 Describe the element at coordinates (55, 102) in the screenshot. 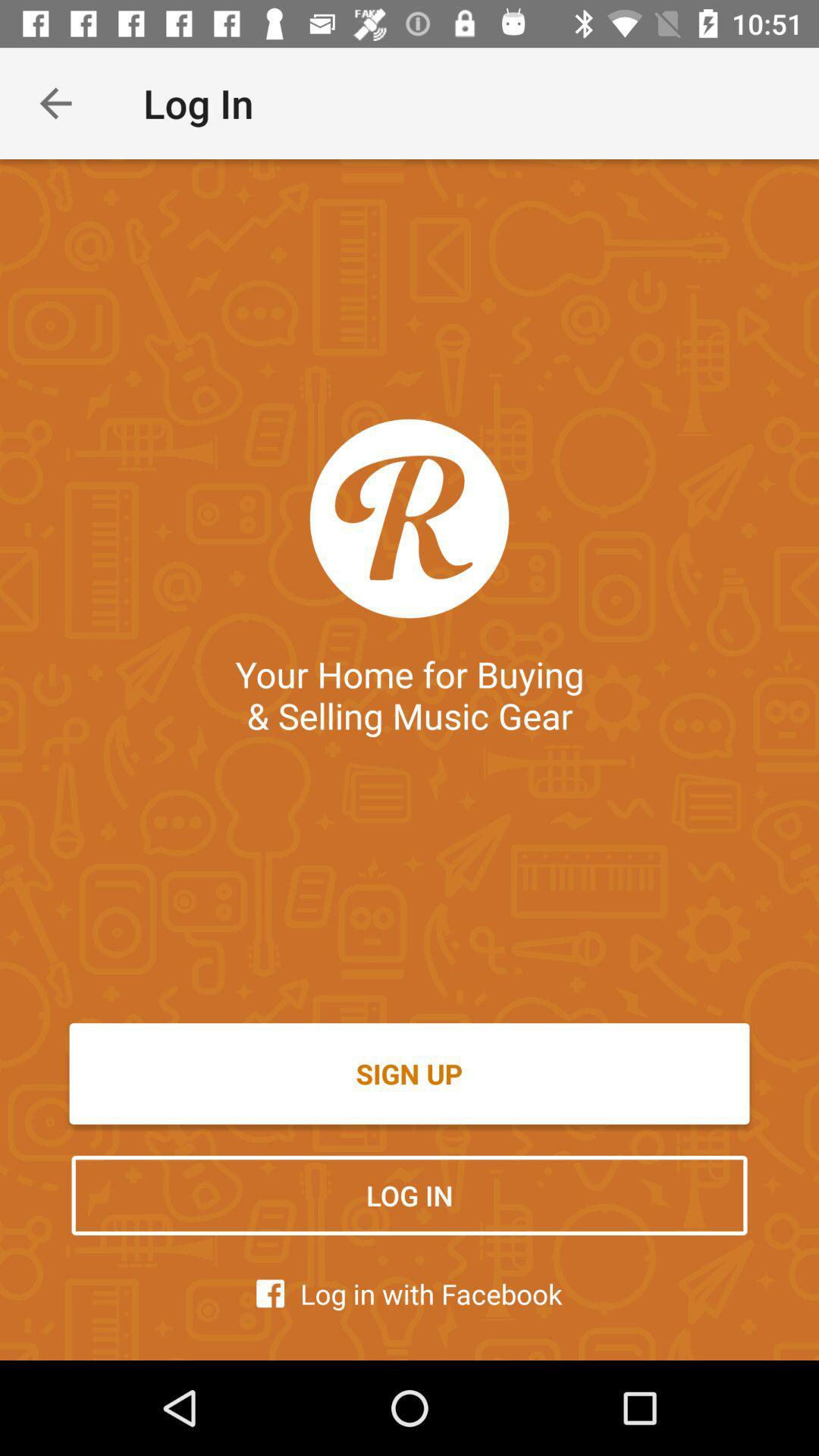

I see `icon next to log in item` at that location.